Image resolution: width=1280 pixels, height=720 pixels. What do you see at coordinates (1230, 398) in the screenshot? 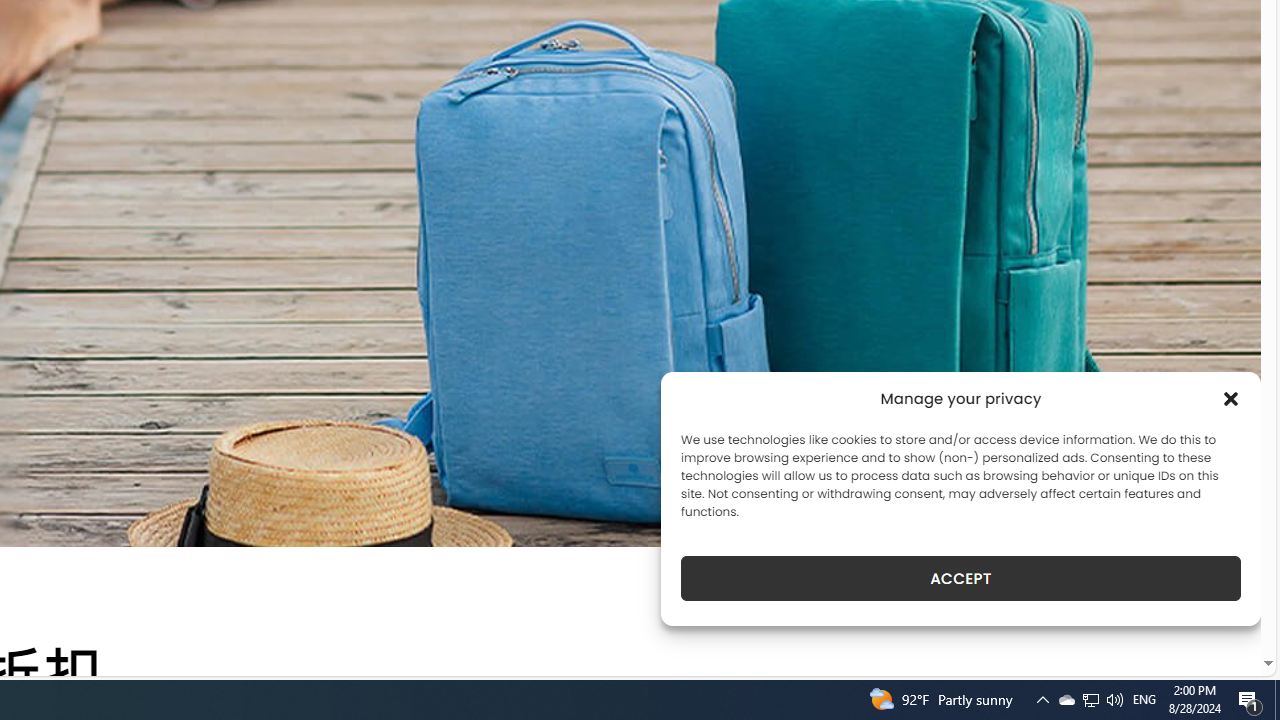
I see `'Class: cmplz-close'` at bounding box center [1230, 398].